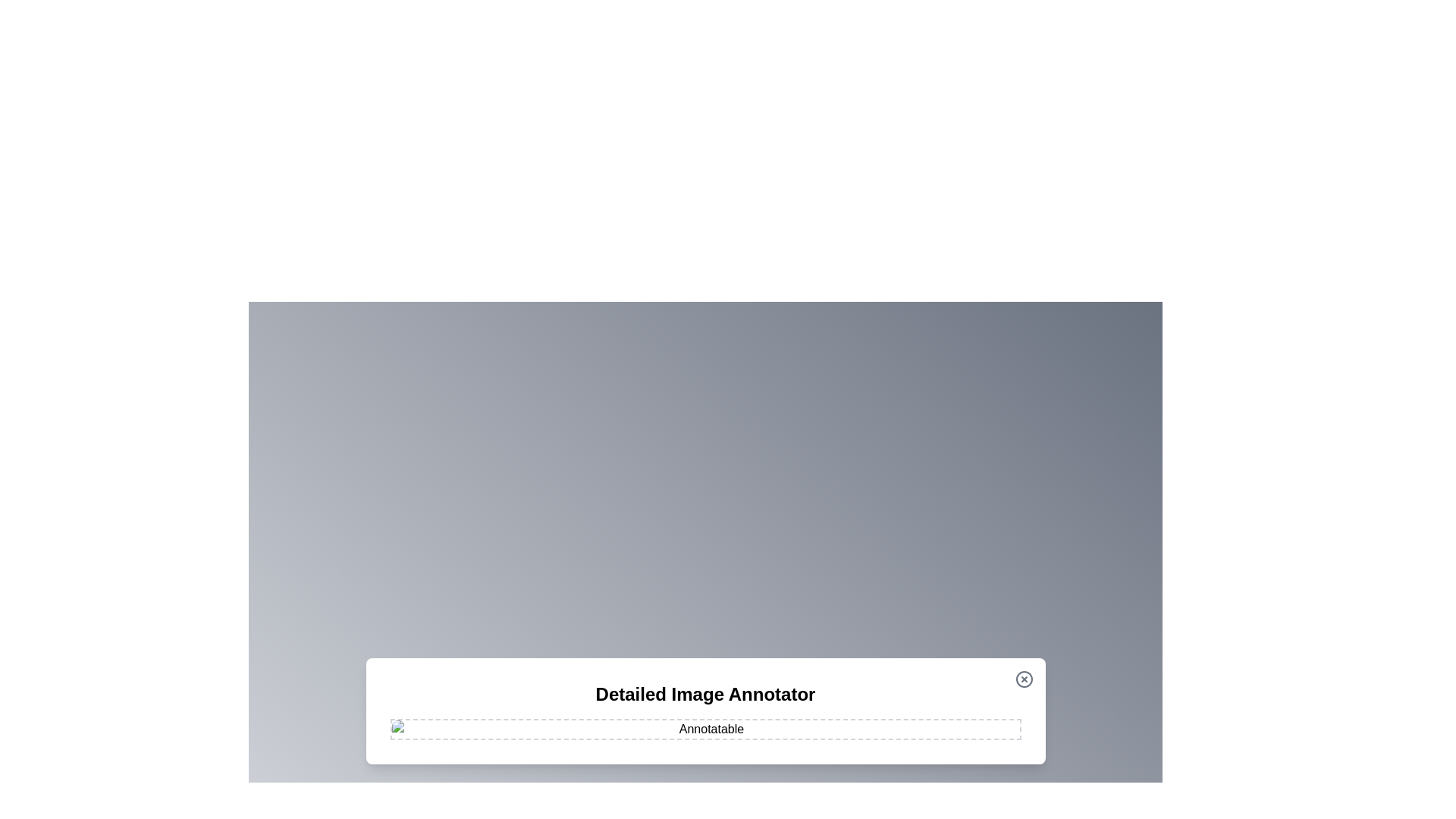 Image resolution: width=1456 pixels, height=819 pixels. I want to click on the image at coordinates (1106, 973) to add an annotation, so click(837, 736).